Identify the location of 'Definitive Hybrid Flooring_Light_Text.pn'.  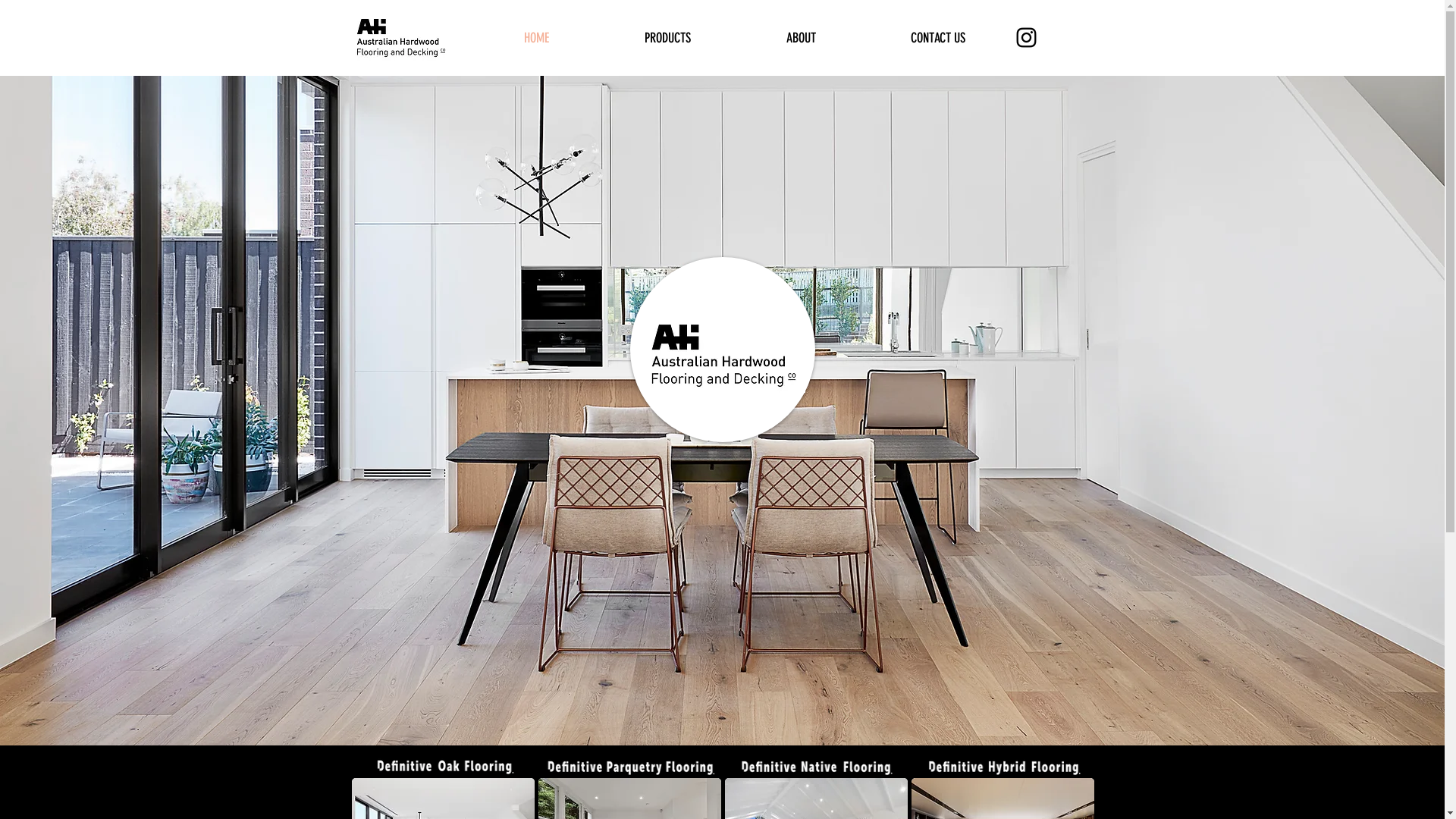
(1003, 766).